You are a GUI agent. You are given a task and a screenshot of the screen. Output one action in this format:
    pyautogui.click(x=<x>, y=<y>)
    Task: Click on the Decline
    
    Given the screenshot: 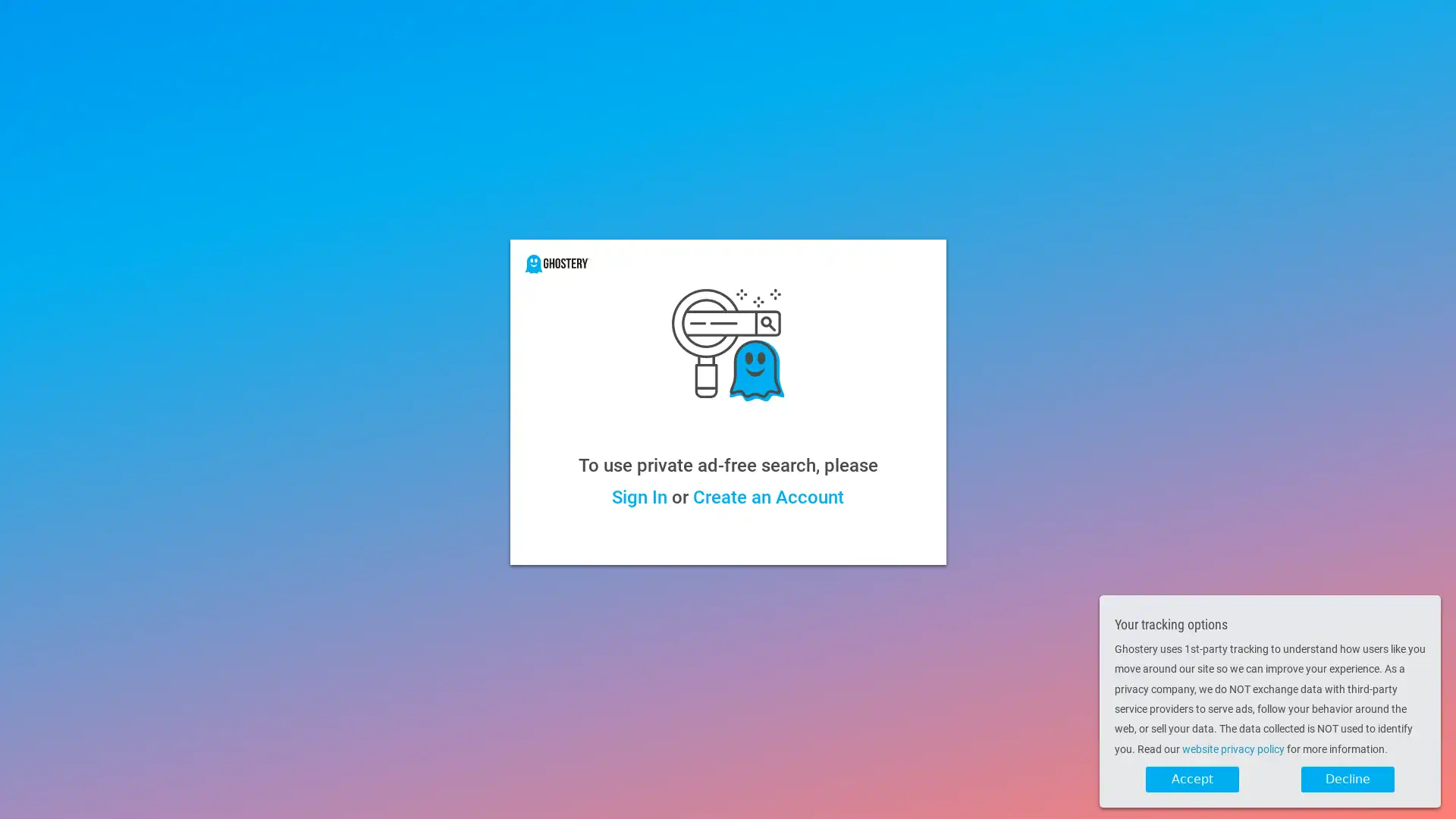 What is the action you would take?
    pyautogui.click(x=1348, y=780)
    